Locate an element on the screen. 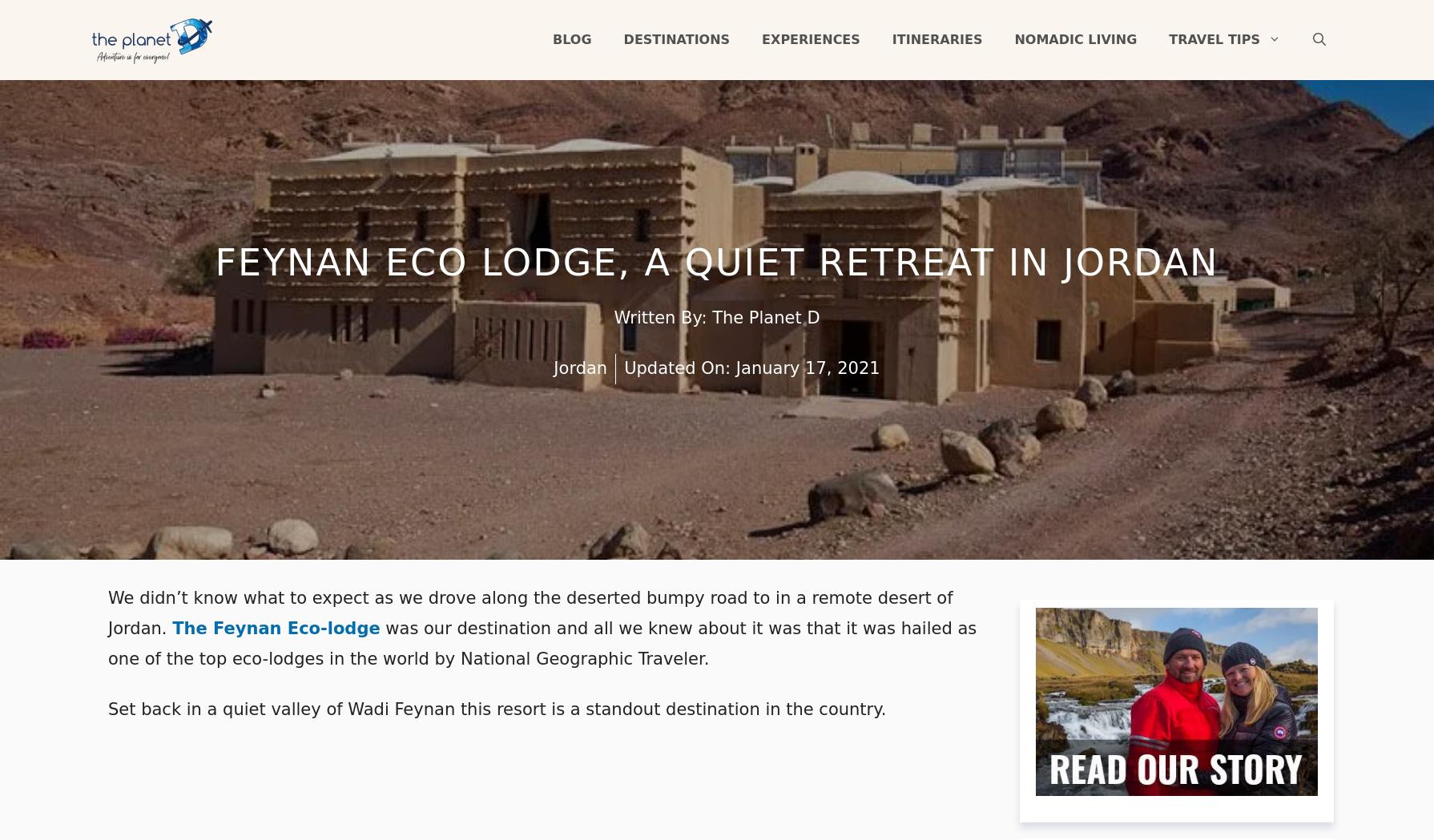  'Itineraries' is located at coordinates (937, 39).